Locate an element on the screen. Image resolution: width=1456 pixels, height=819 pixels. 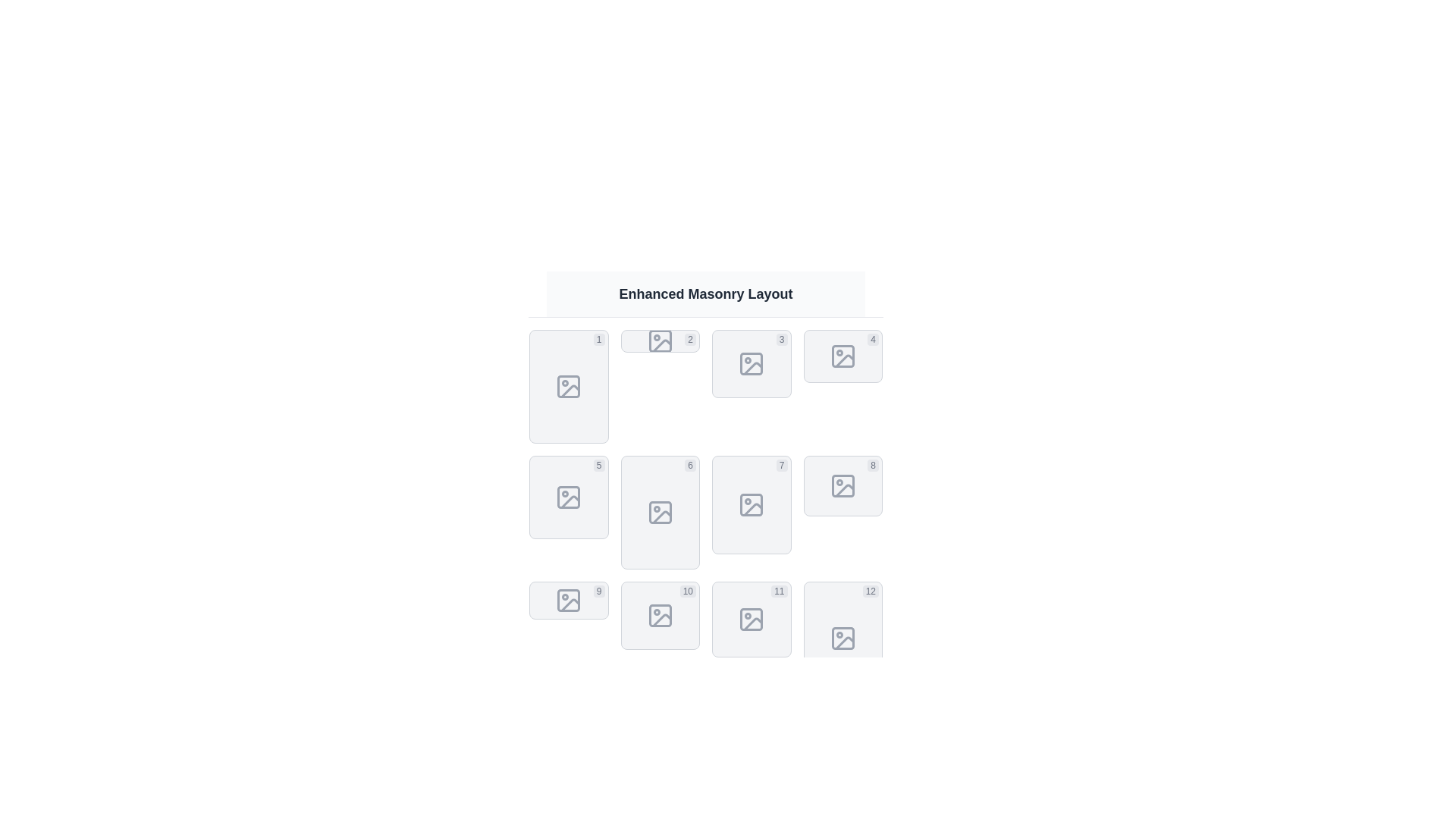
the grid item component labeled '4', which serves as a display element in the grid layout is located at coordinates (842, 356).